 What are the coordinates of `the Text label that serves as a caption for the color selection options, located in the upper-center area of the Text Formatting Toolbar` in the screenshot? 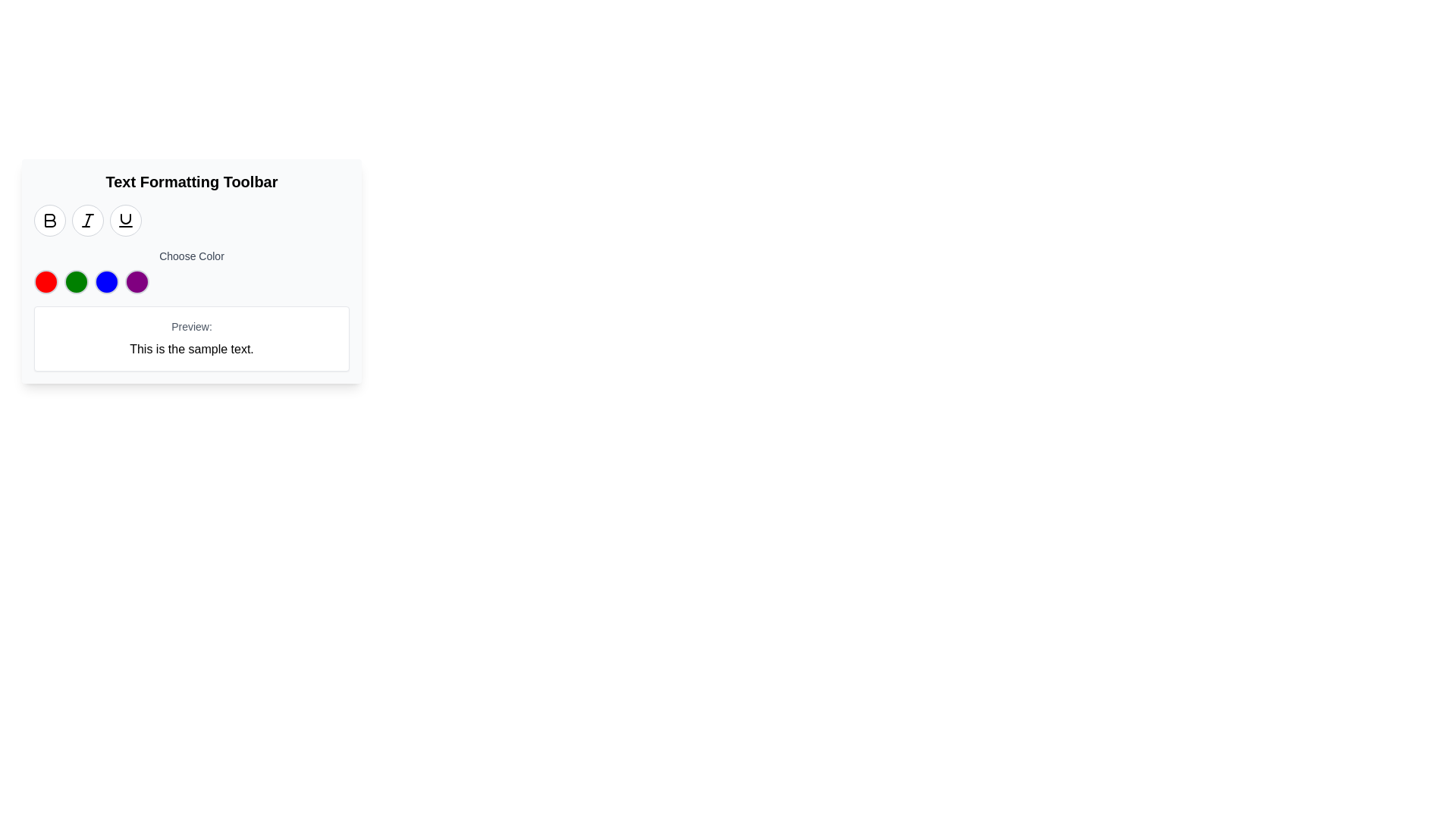 It's located at (191, 256).